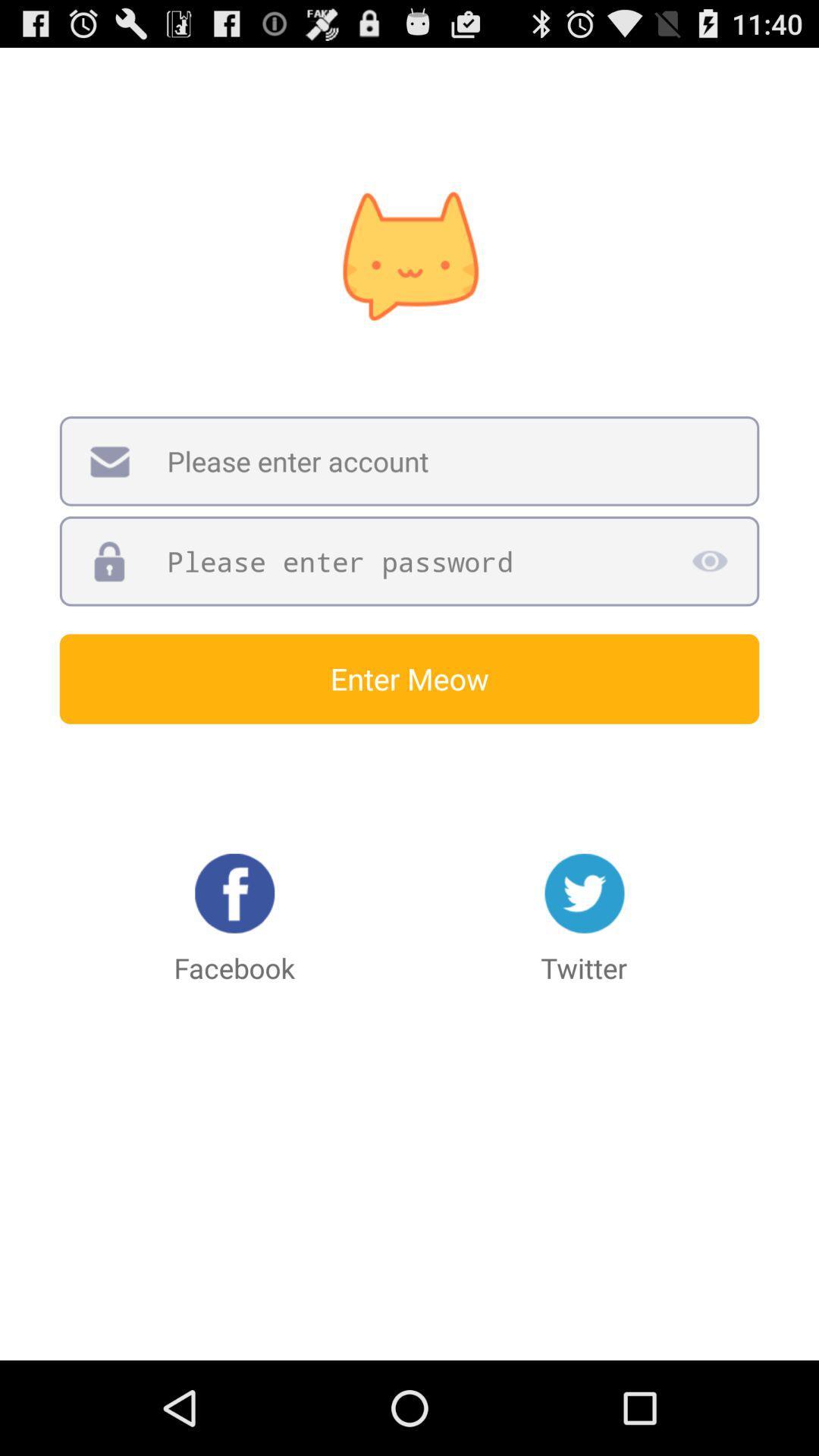 This screenshot has width=819, height=1456. Describe the element at coordinates (709, 600) in the screenshot. I see `the visibility icon` at that location.